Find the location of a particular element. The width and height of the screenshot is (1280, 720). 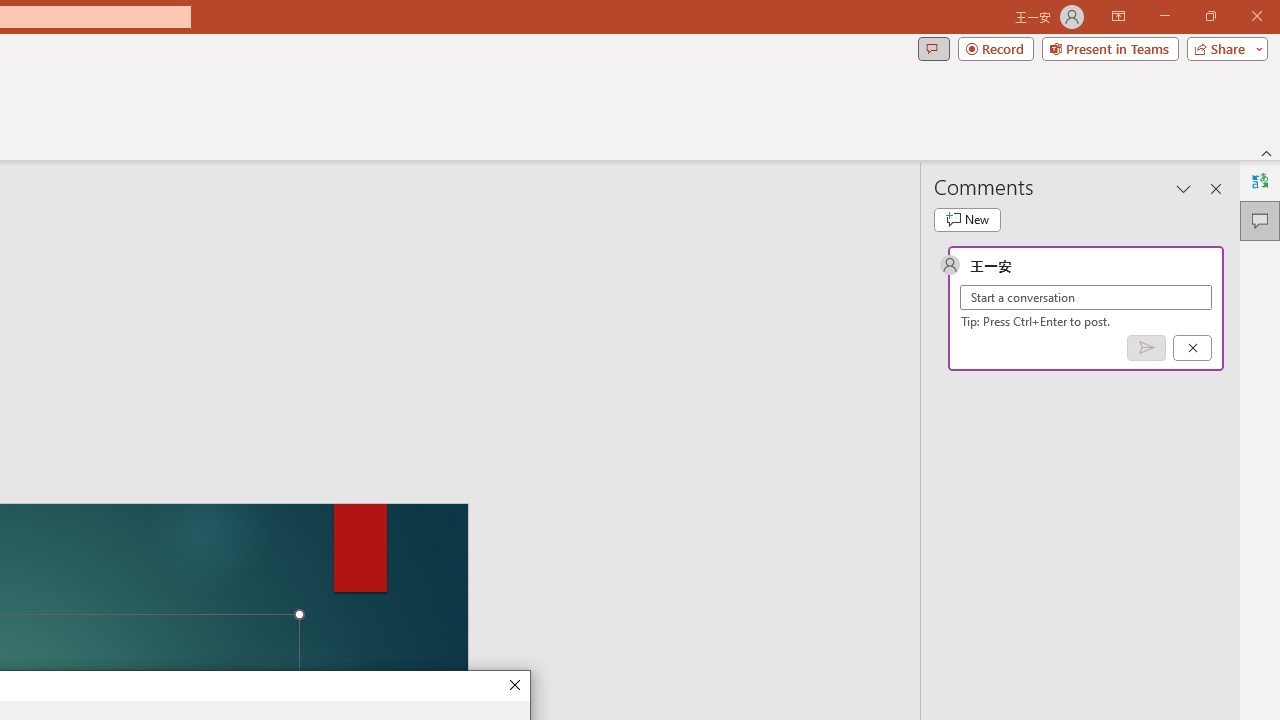

'Cancel' is located at coordinates (1192, 346).